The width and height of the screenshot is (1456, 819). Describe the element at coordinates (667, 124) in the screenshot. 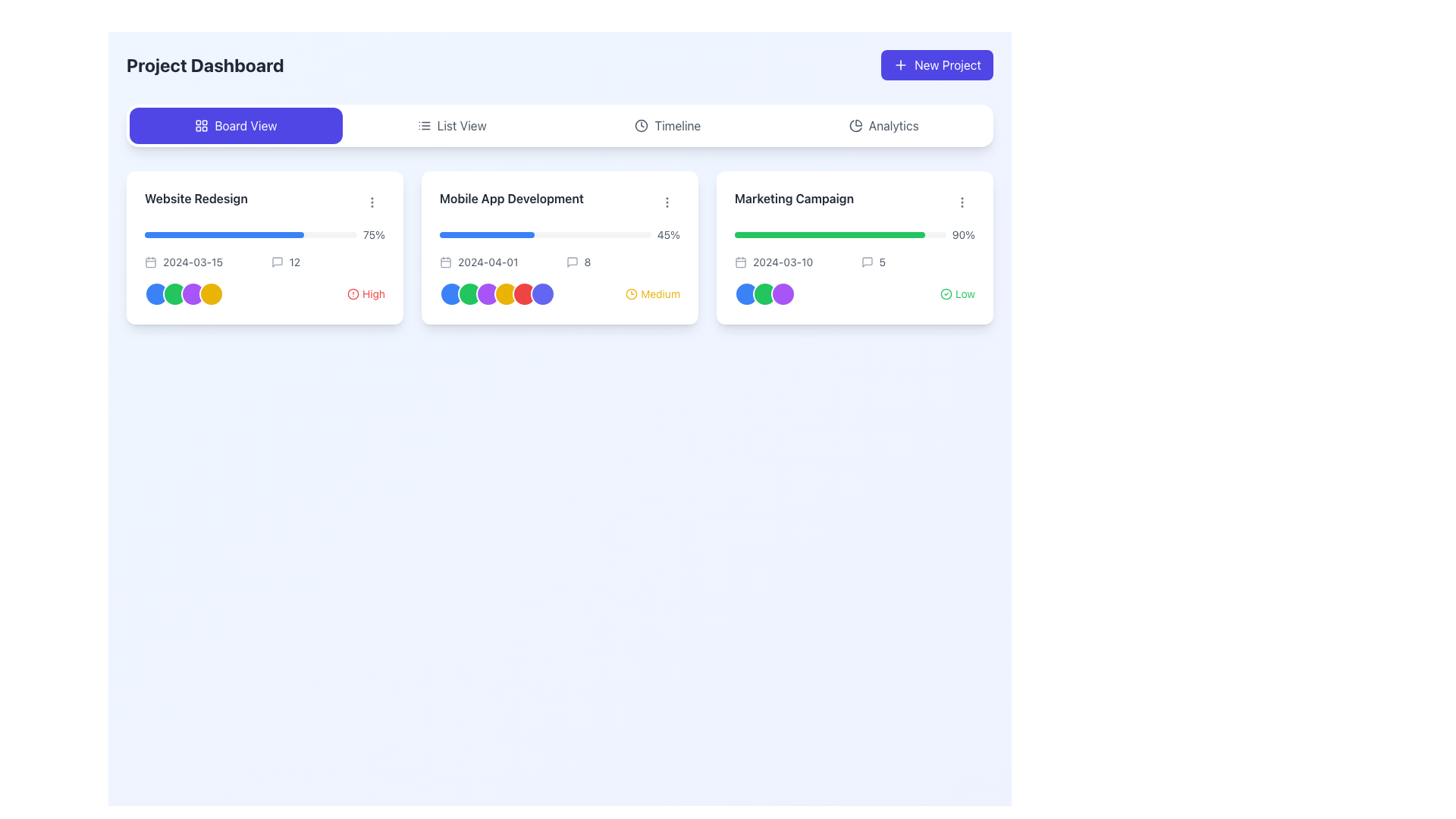

I see `the third button in a row of four options` at that location.